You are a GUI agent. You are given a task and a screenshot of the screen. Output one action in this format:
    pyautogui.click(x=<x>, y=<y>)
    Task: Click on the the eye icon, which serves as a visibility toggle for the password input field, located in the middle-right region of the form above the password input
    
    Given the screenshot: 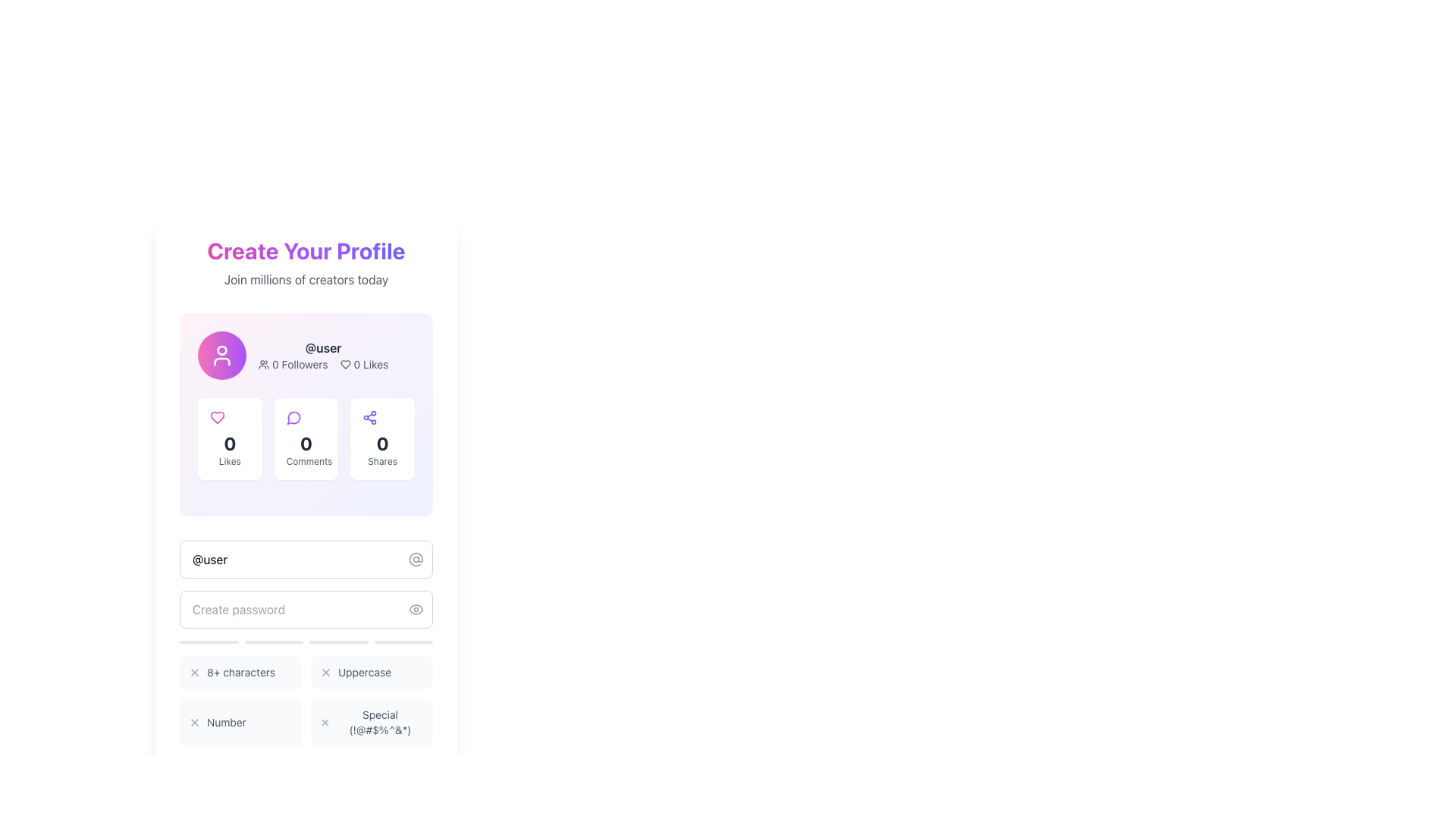 What is the action you would take?
    pyautogui.click(x=416, y=608)
    